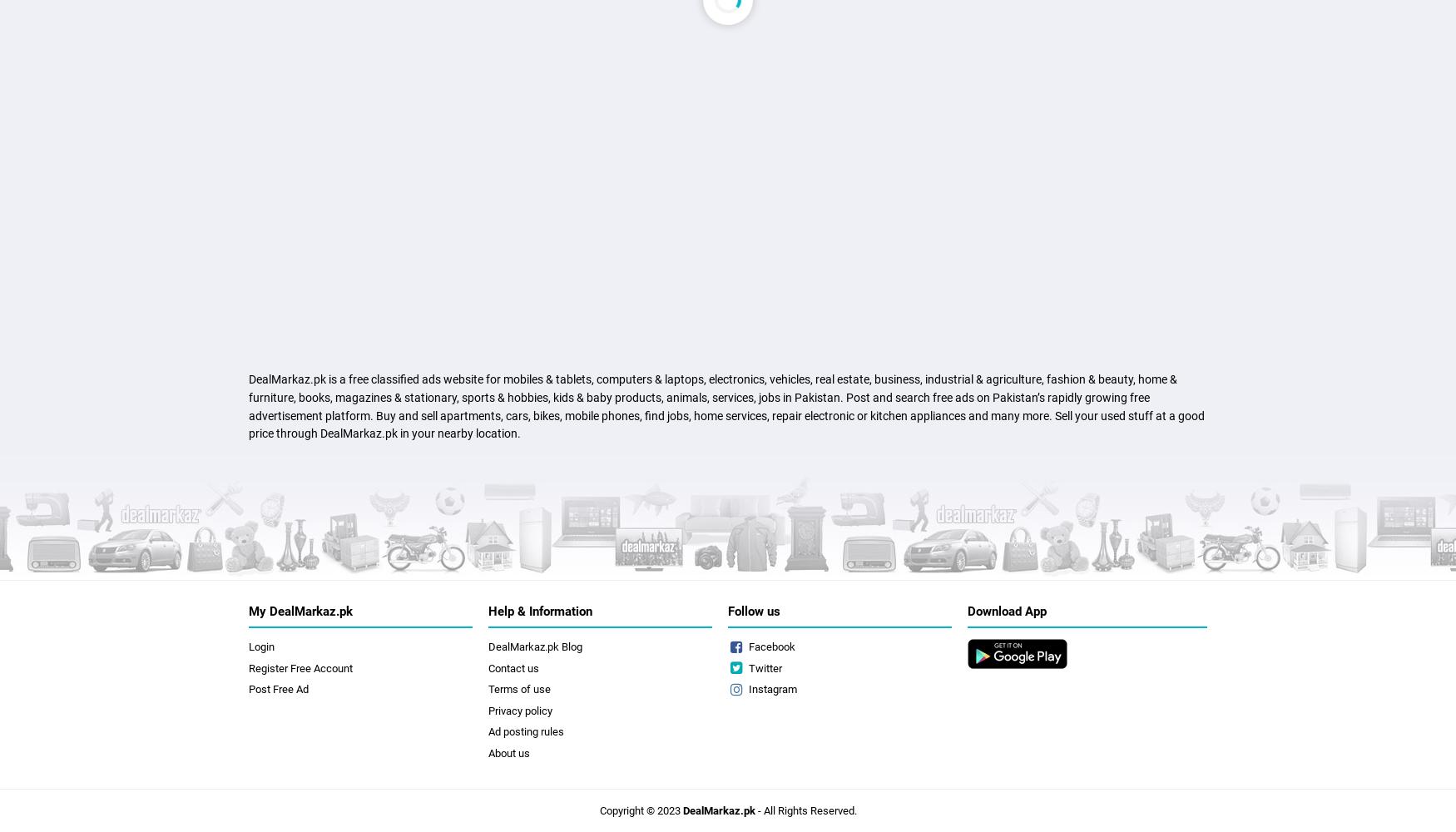  I want to click on 'DealMarkaz.pk', so click(718, 809).